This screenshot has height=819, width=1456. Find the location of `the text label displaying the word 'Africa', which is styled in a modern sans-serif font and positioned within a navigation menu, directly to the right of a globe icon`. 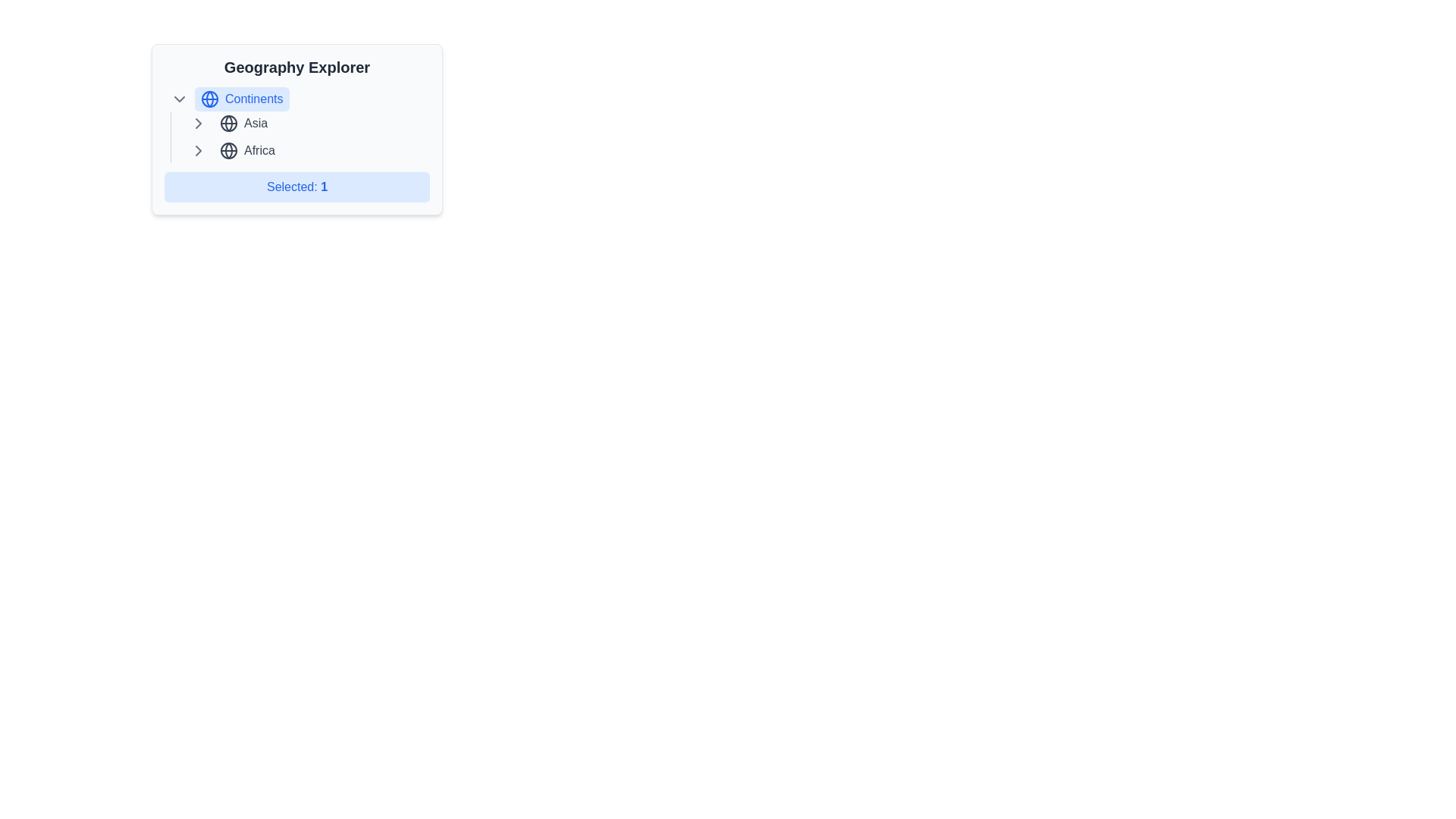

the text label displaying the word 'Africa', which is styled in a modern sans-serif font and positioned within a navigation menu, directly to the right of a globe icon is located at coordinates (259, 151).